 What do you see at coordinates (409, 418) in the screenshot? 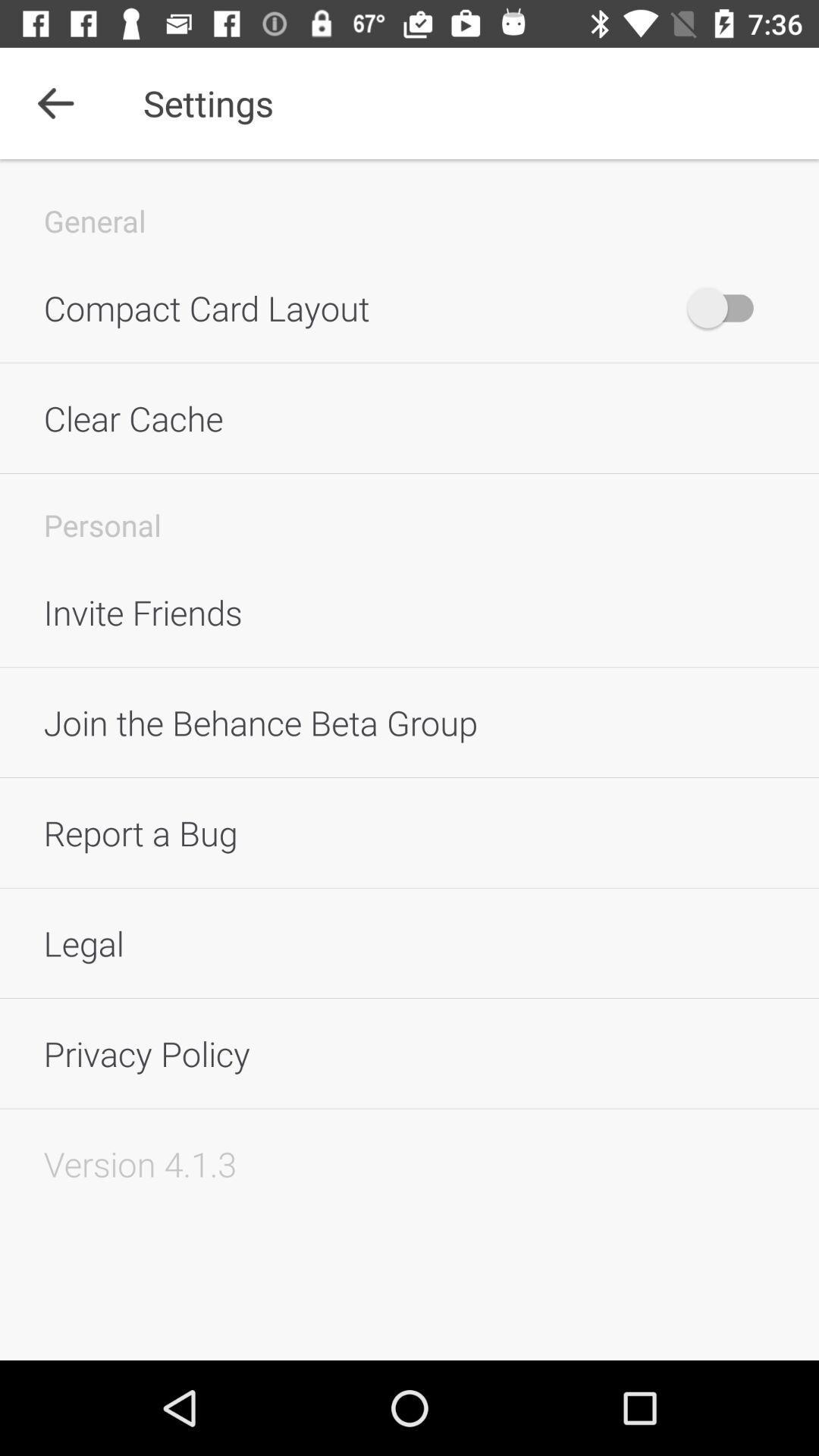
I see `the clear cache icon` at bounding box center [409, 418].